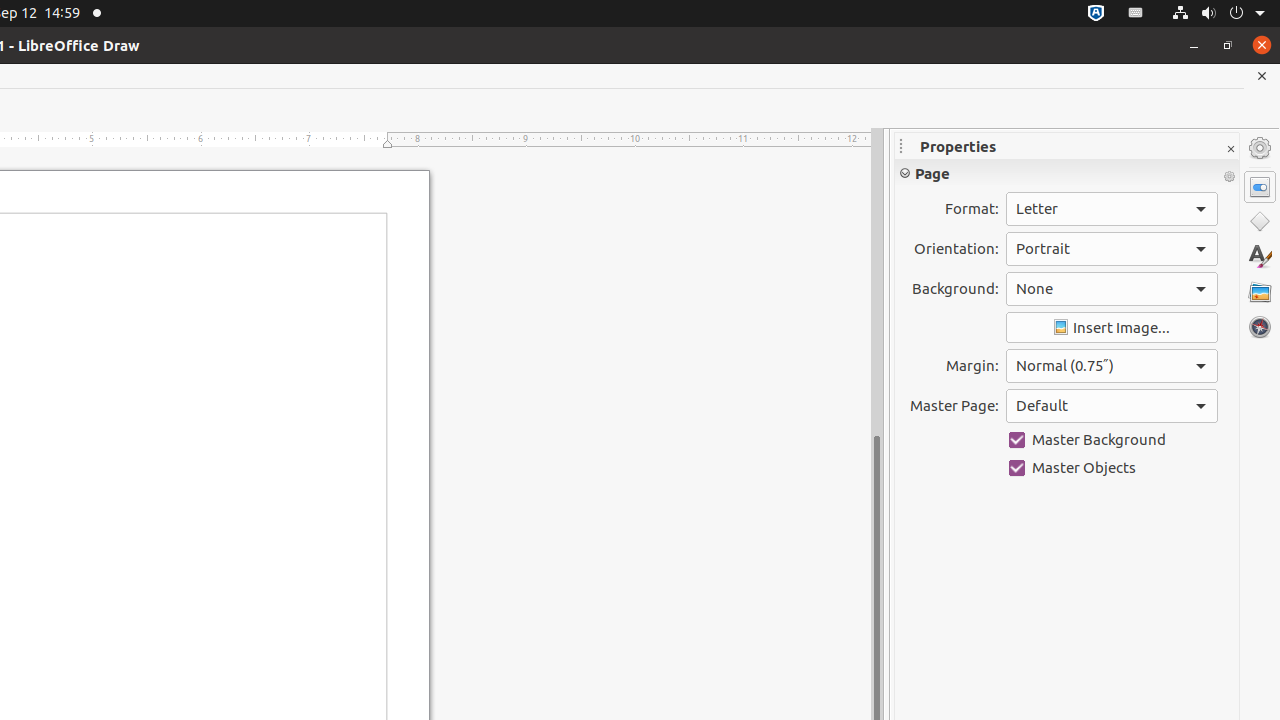 The image size is (1280, 720). Describe the element at coordinates (1094, 13) in the screenshot. I see `':1.72/StatusNotifierItem'` at that location.